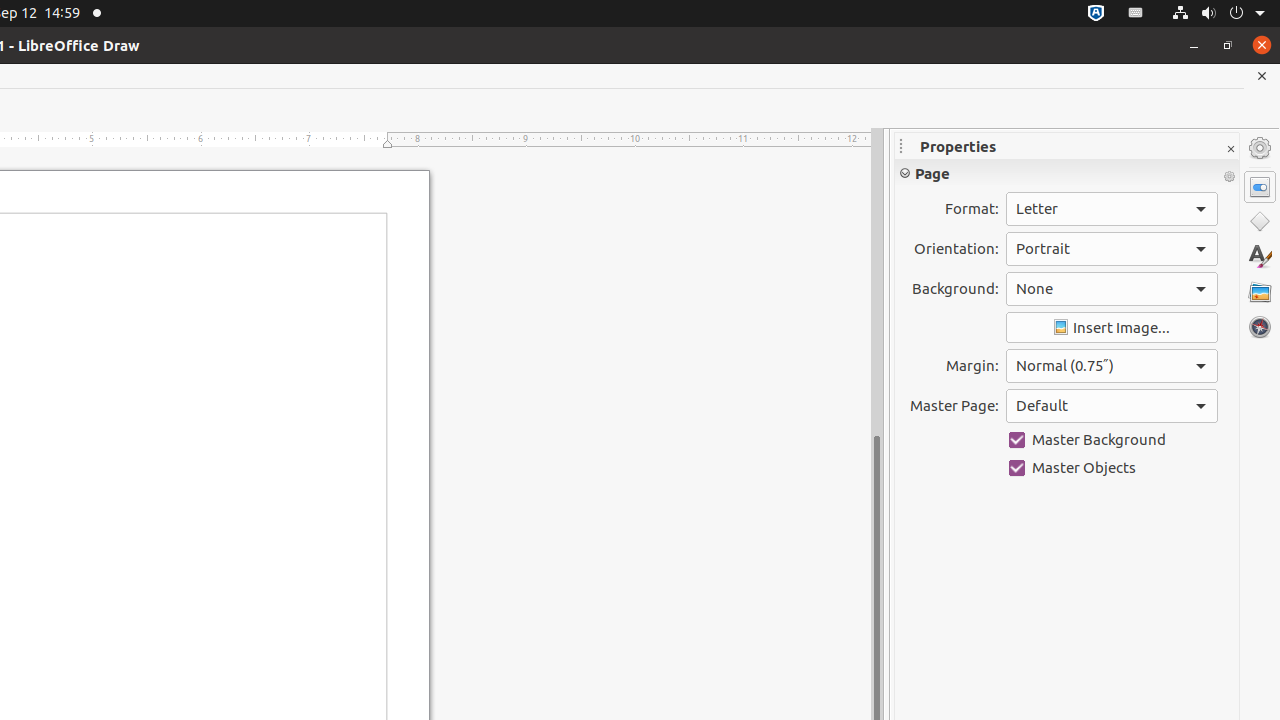 The image size is (1280, 720). Describe the element at coordinates (1094, 13) in the screenshot. I see `':1.72/StatusNotifierItem'` at that location.